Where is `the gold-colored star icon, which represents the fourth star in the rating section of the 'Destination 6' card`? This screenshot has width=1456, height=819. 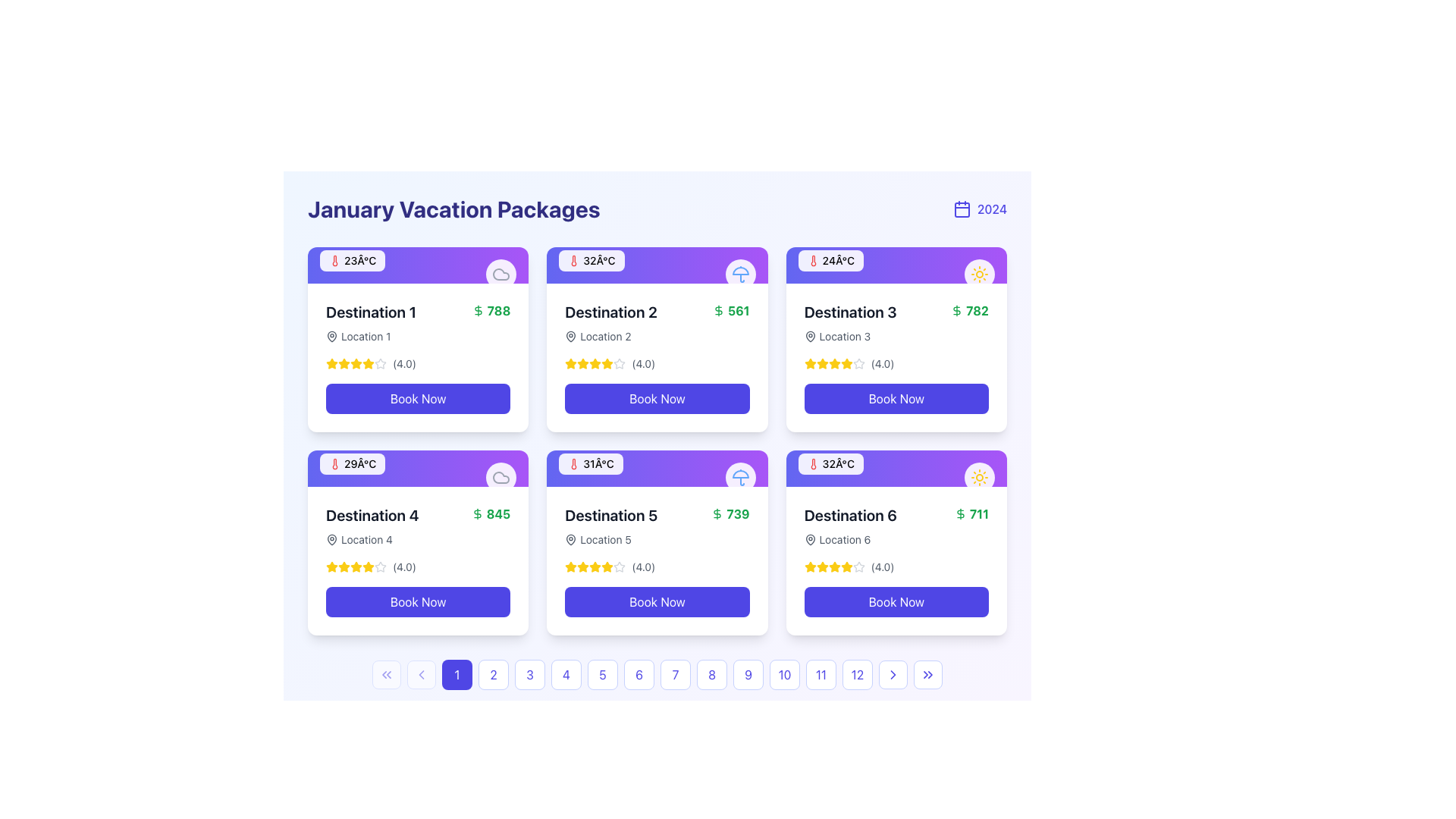
the gold-colored star icon, which represents the fourth star in the rating section of the 'Destination 6' card is located at coordinates (809, 566).